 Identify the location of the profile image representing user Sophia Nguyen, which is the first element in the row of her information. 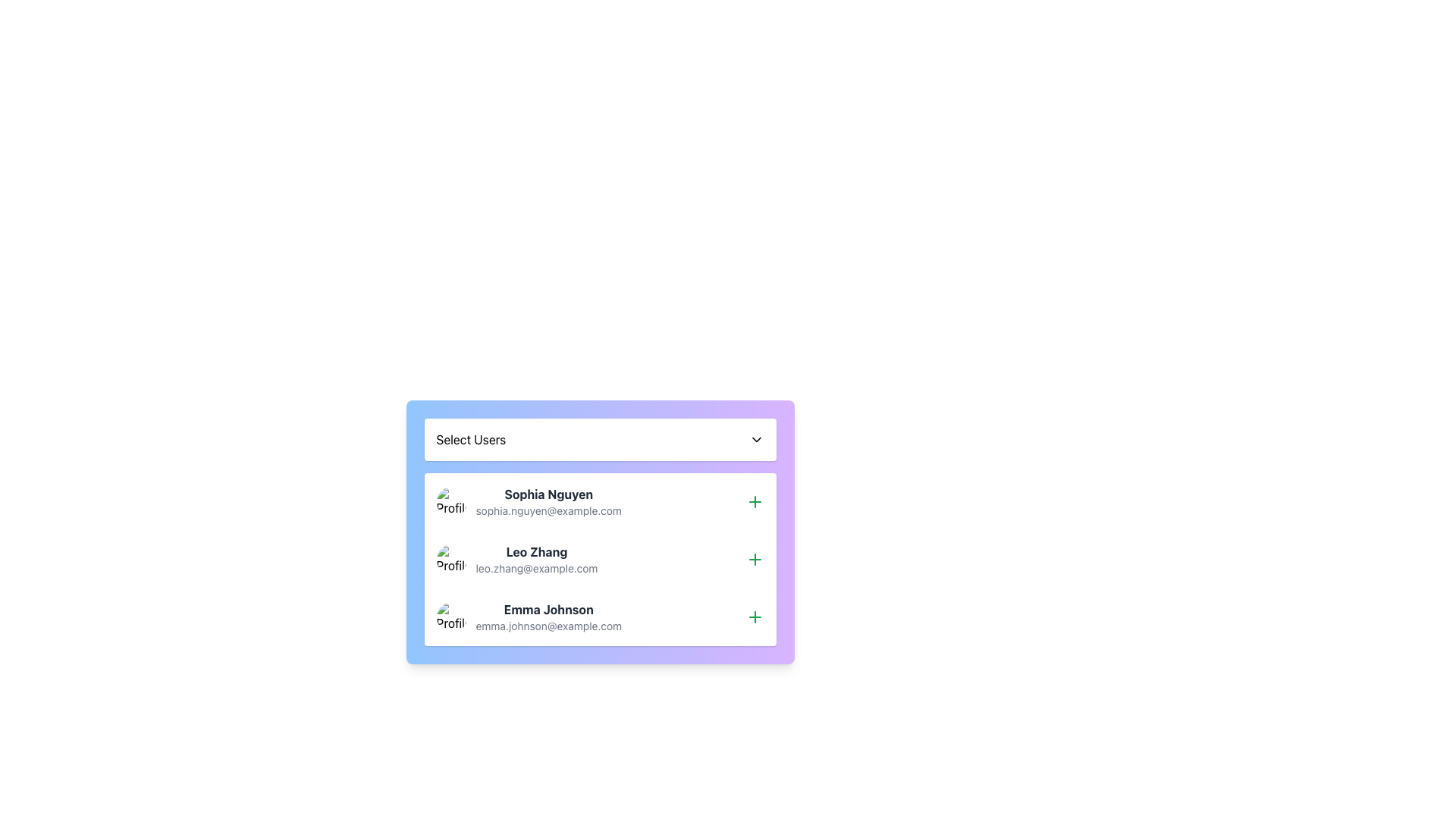
(450, 502).